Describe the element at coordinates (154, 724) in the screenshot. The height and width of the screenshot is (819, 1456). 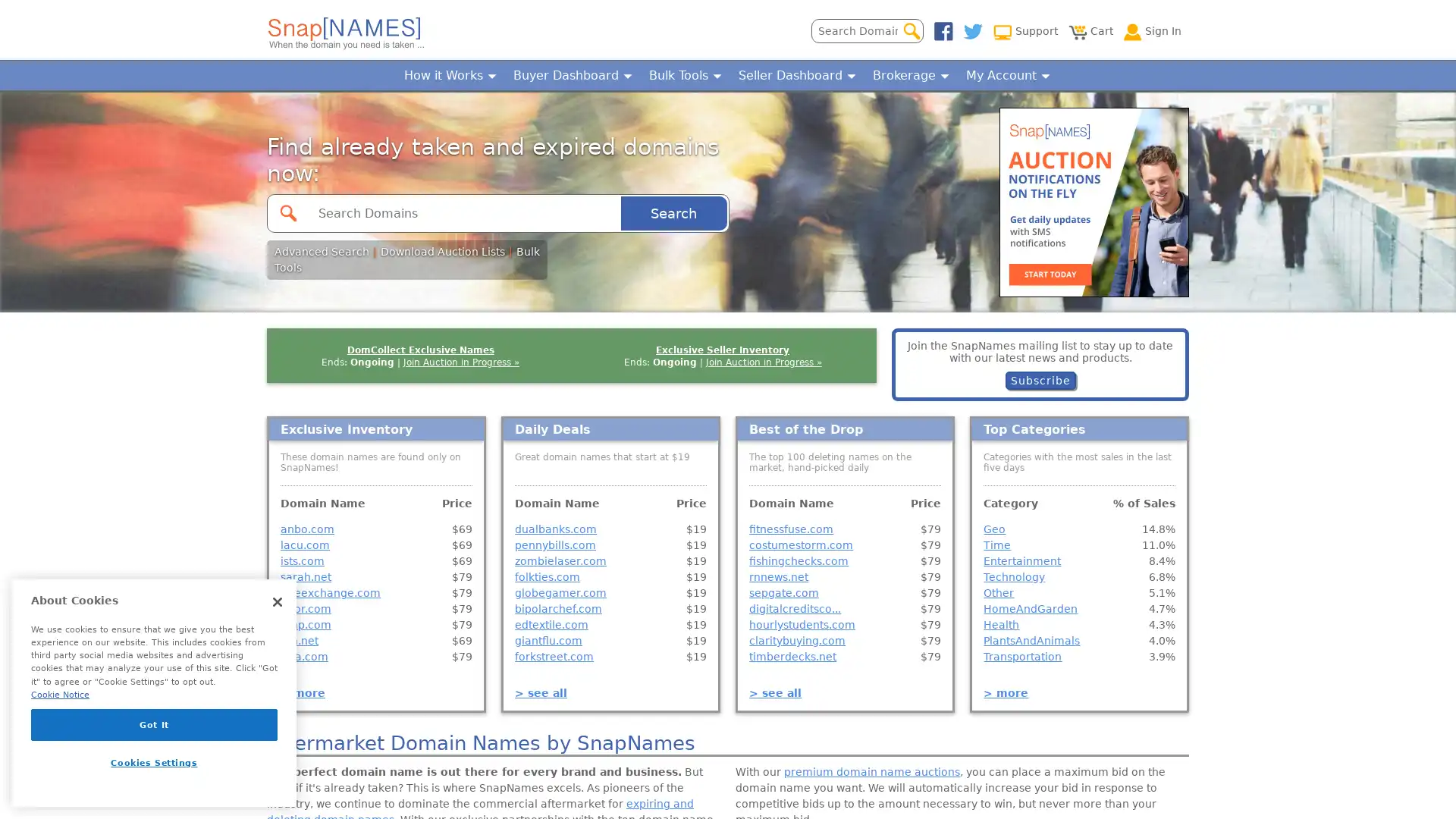
I see `Got It` at that location.